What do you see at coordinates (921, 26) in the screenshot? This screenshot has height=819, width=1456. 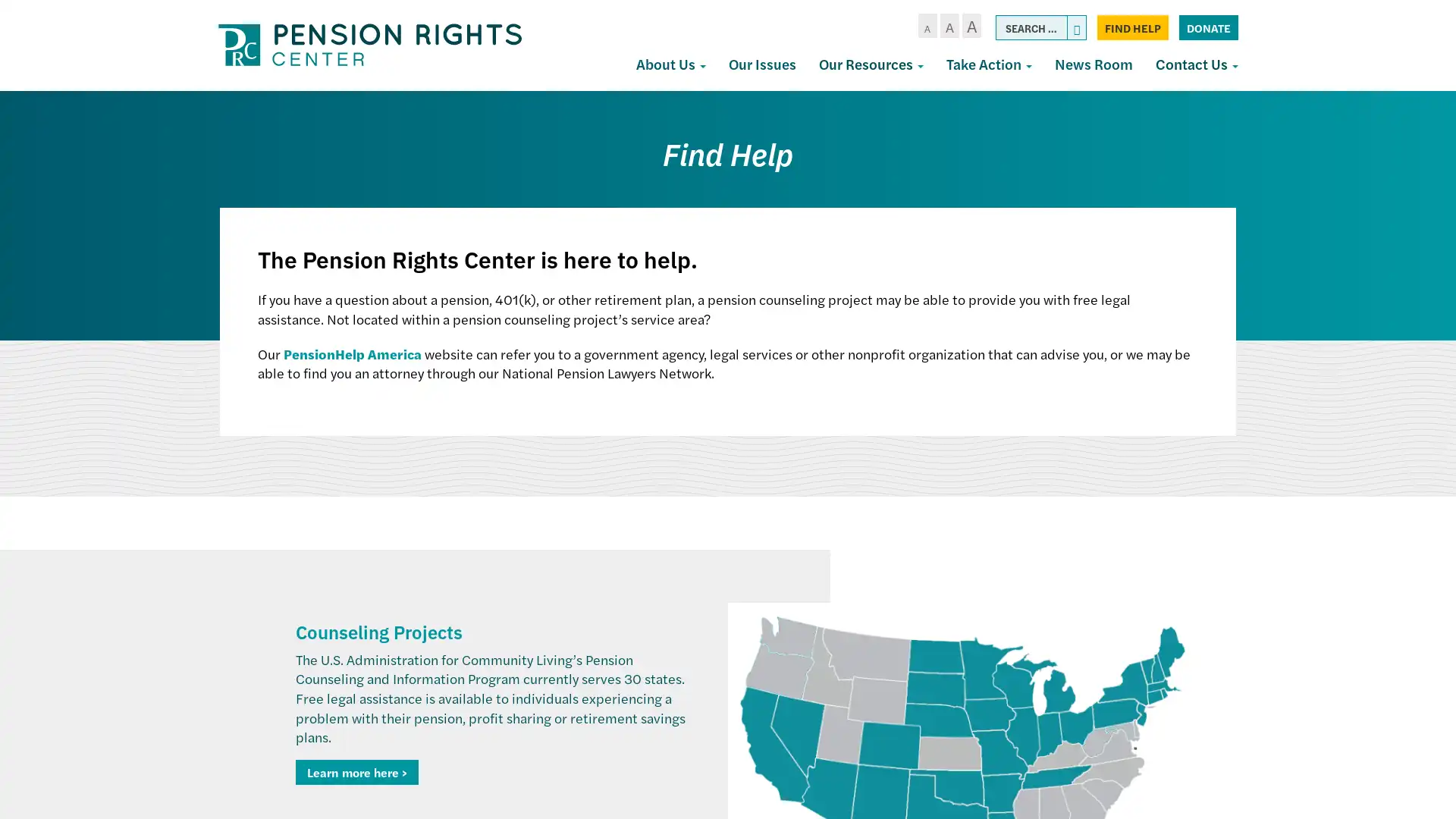 I see `A` at bounding box center [921, 26].